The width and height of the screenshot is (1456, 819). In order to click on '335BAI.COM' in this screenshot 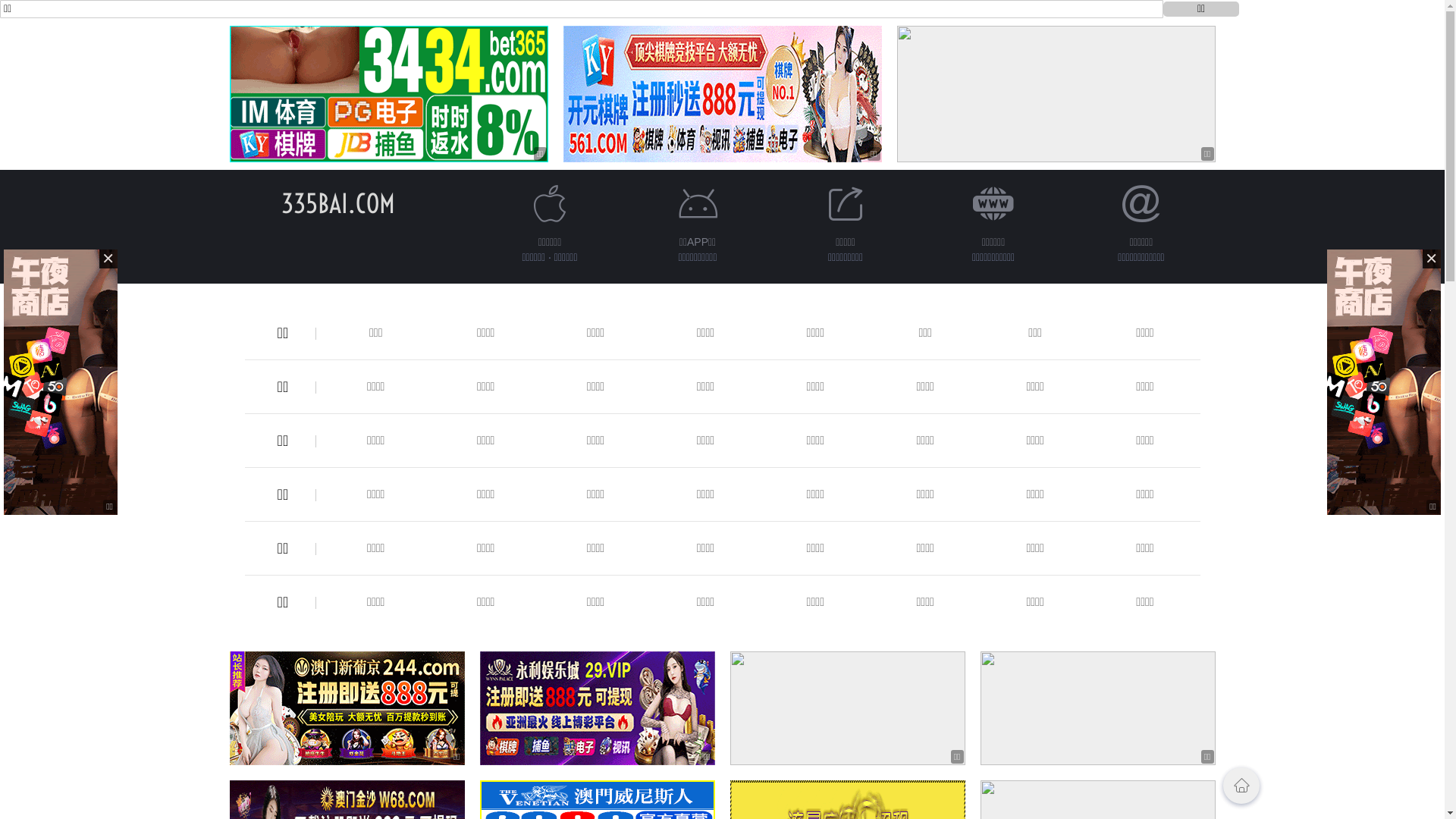, I will do `click(280, 202)`.